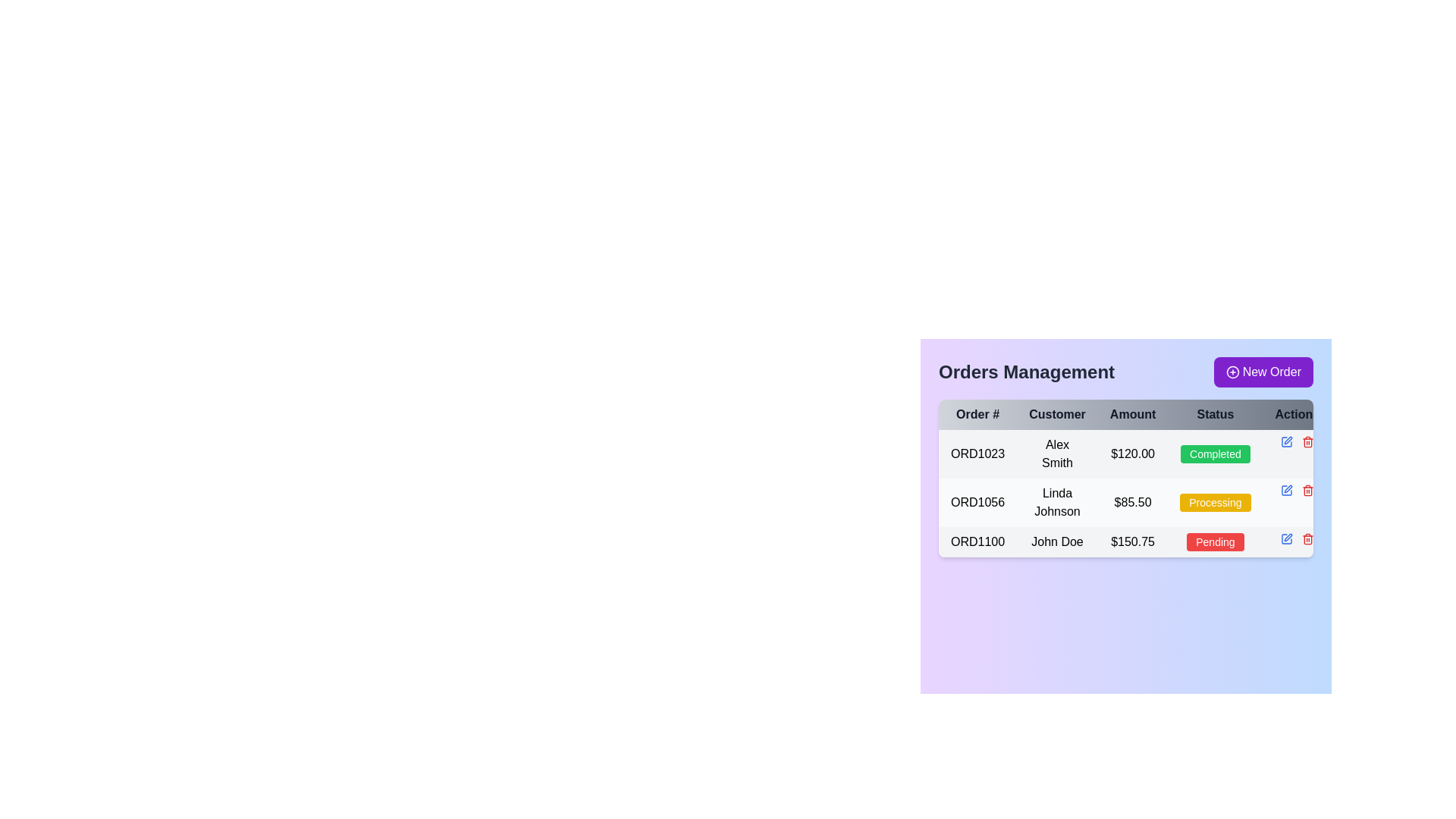  I want to click on the 'Customer' text label located in the second column header of the table, which is displayed in a medium-dark font on a light gray background, so click(1056, 415).